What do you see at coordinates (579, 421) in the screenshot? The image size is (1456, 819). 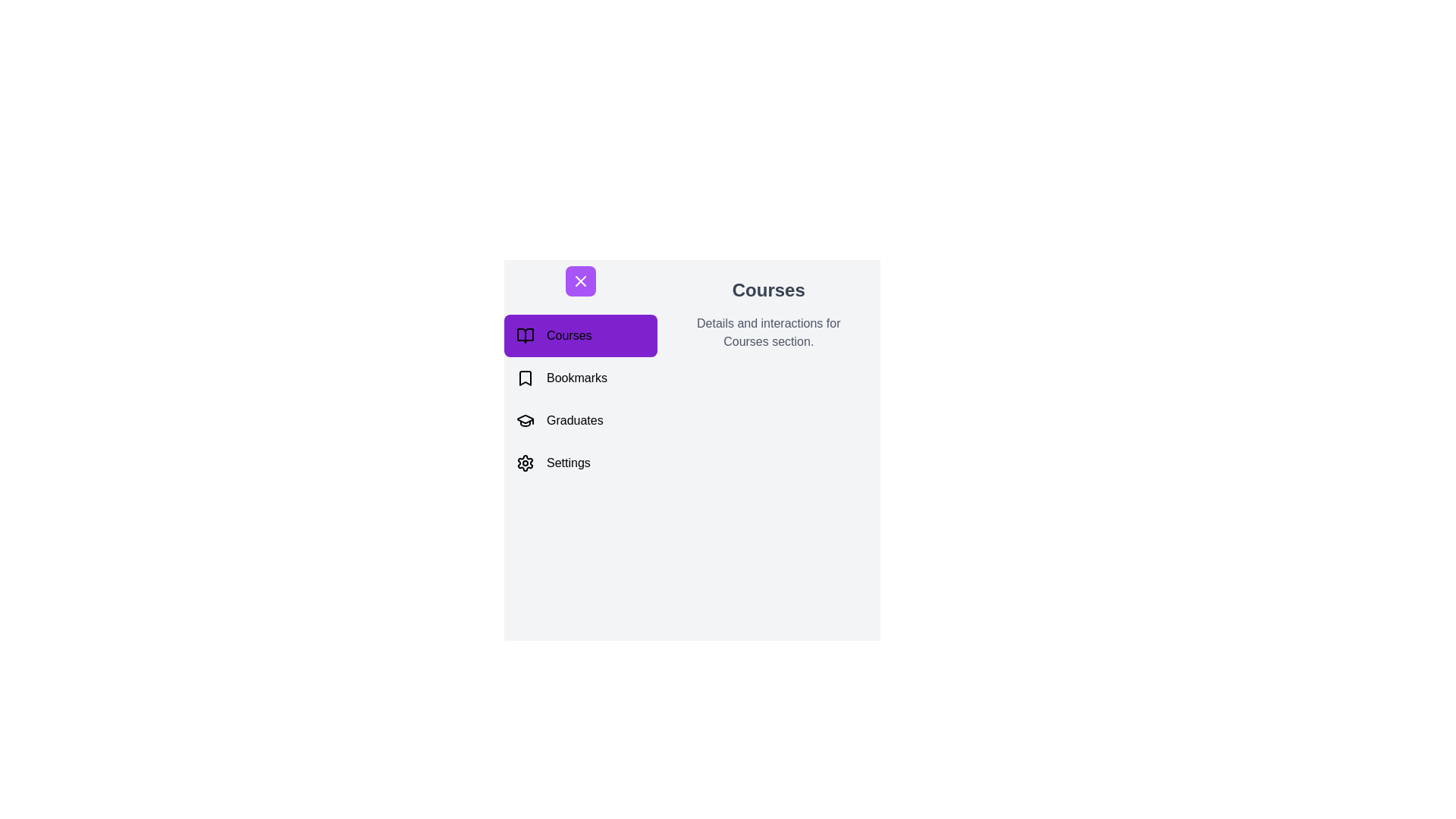 I see `the navigation item Graduates to preview its action` at bounding box center [579, 421].